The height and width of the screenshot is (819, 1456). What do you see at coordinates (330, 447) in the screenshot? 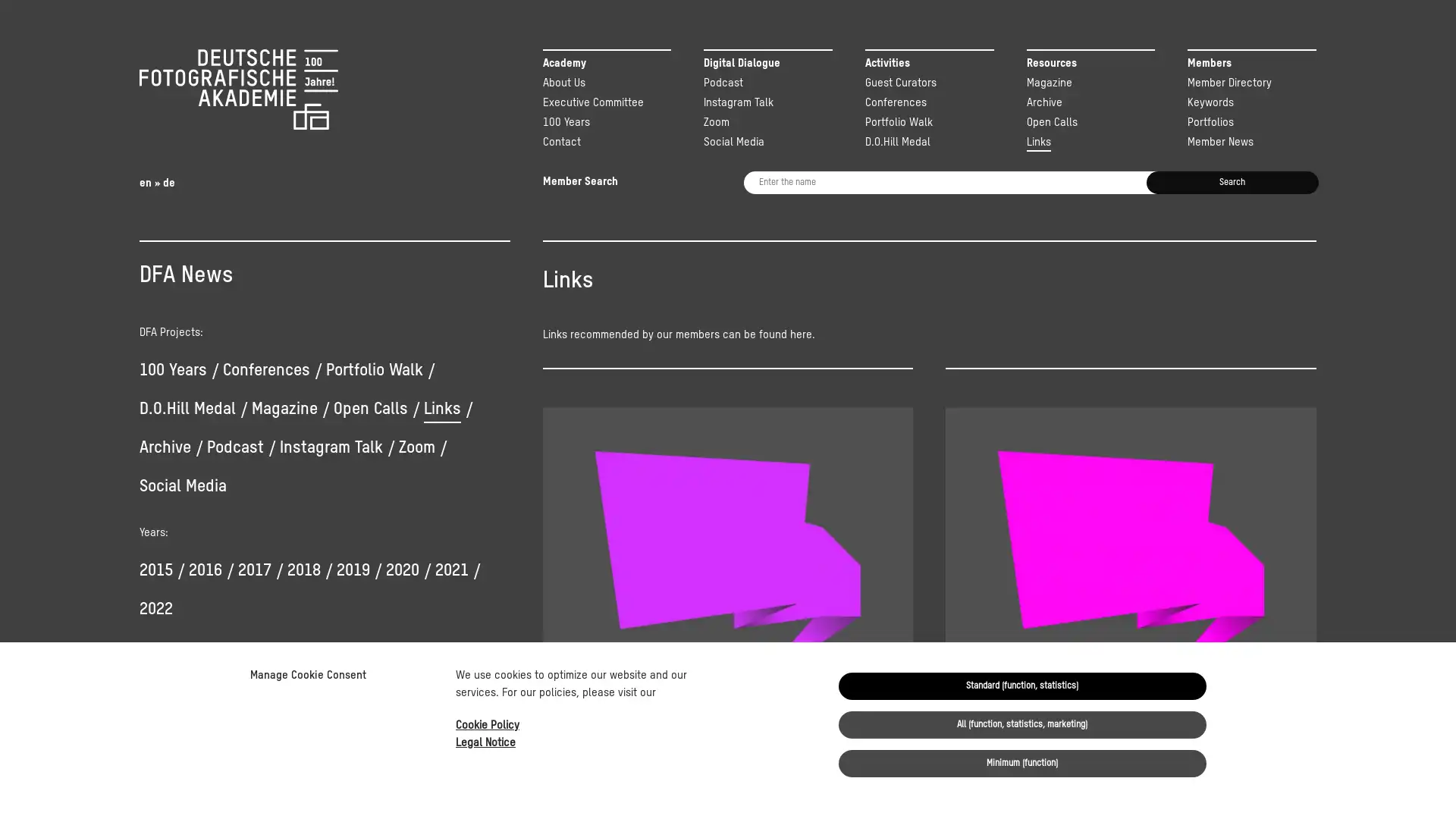
I see `Instagram Talk` at bounding box center [330, 447].